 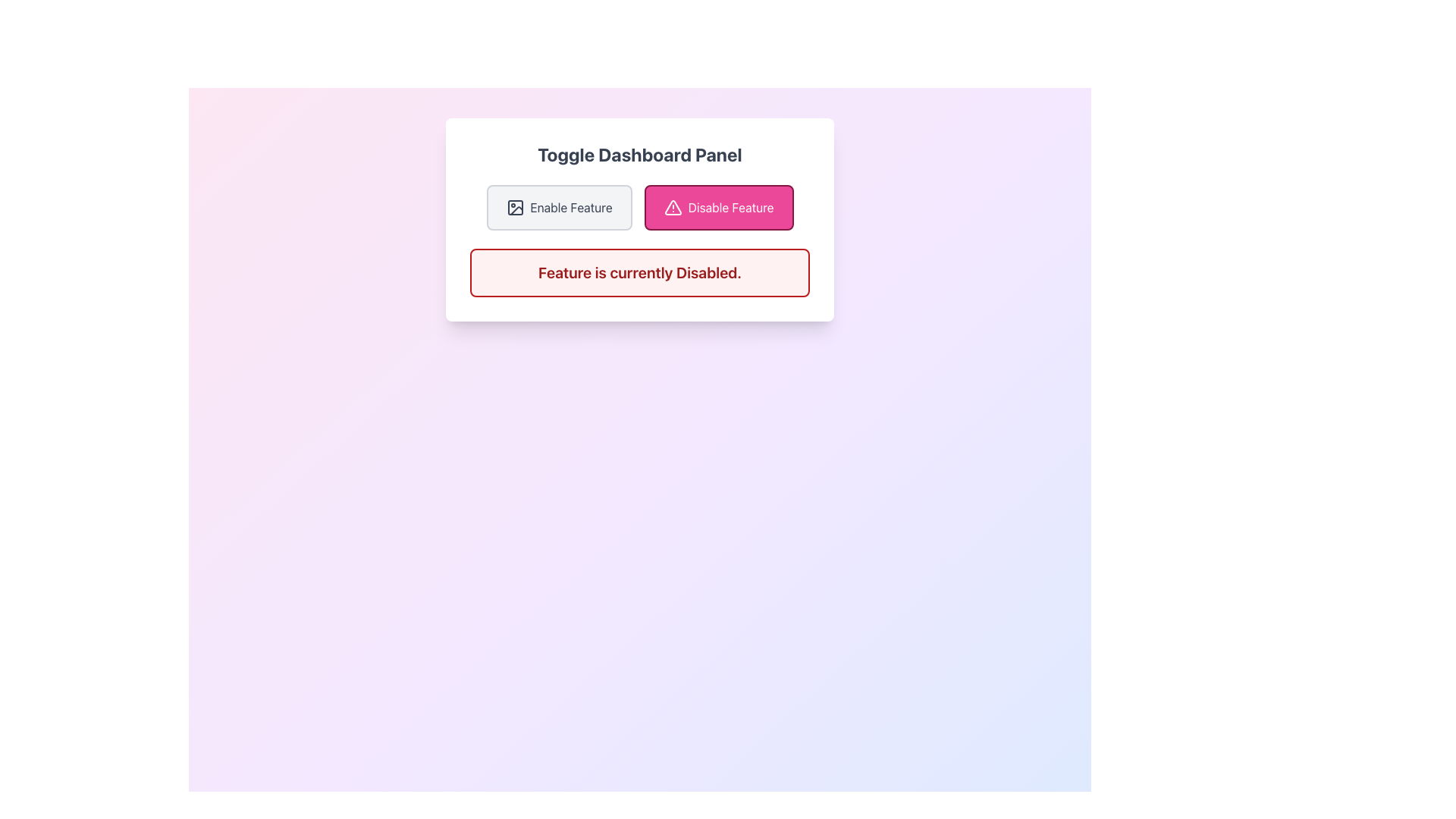 What do you see at coordinates (640, 207) in the screenshot?
I see `the 'Disable Feature' button in the Button Group located below the title 'Toggle Dashboard Panel'` at bounding box center [640, 207].